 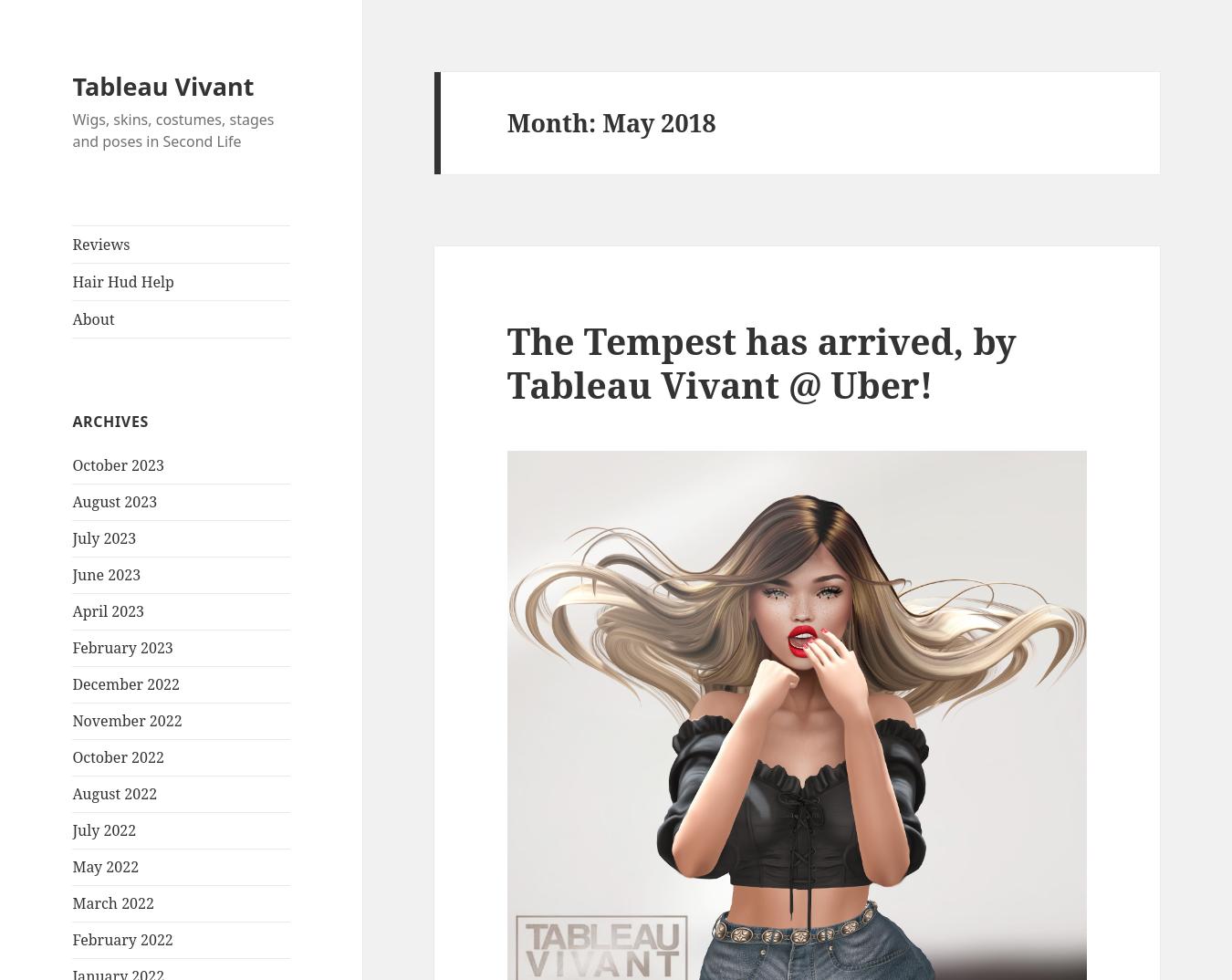 What do you see at coordinates (92, 318) in the screenshot?
I see `'About'` at bounding box center [92, 318].